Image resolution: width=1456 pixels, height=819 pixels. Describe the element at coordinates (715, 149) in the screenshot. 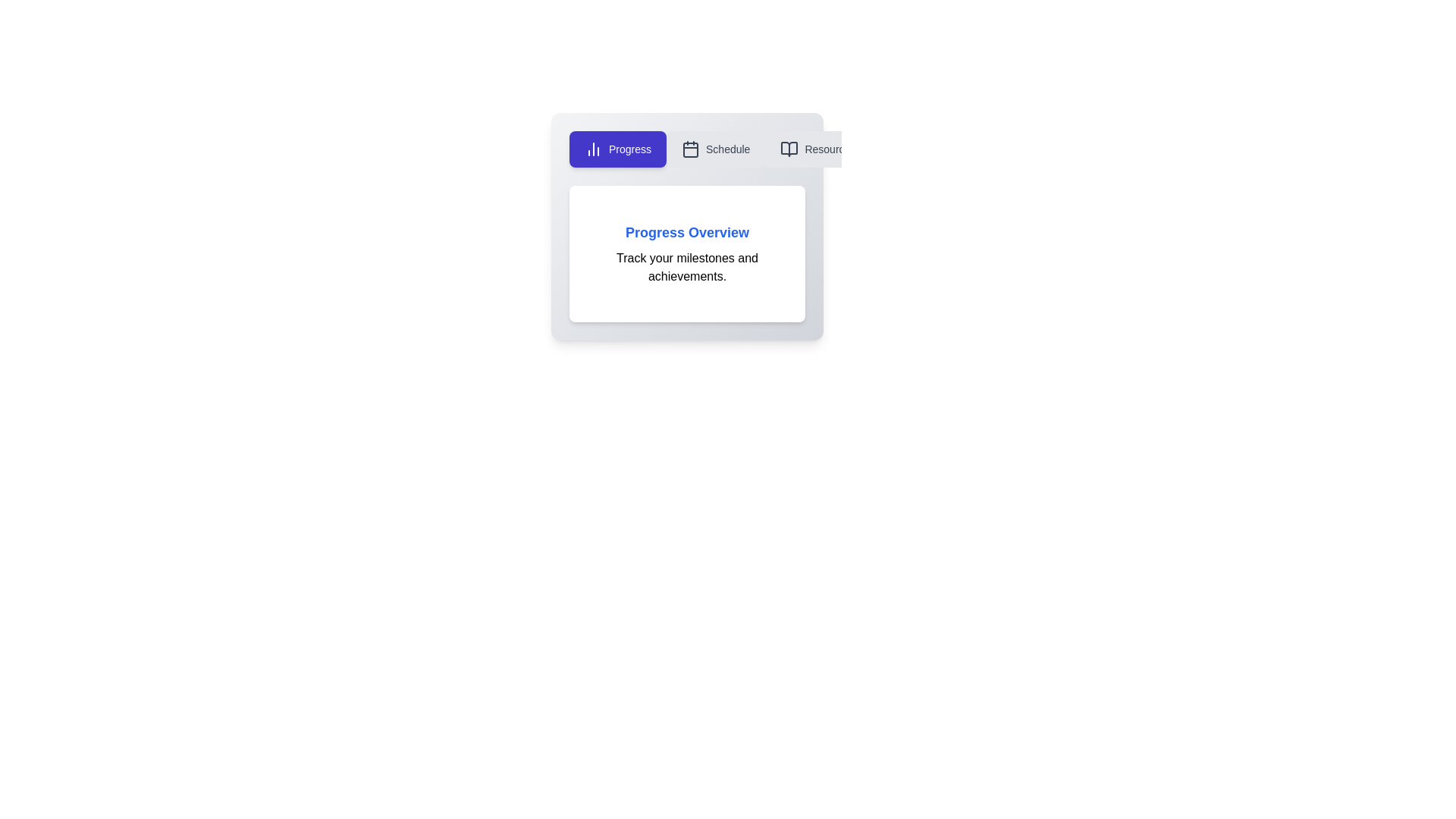

I see `the tab button labeled 'Schedule' to observe its hover effect` at that location.